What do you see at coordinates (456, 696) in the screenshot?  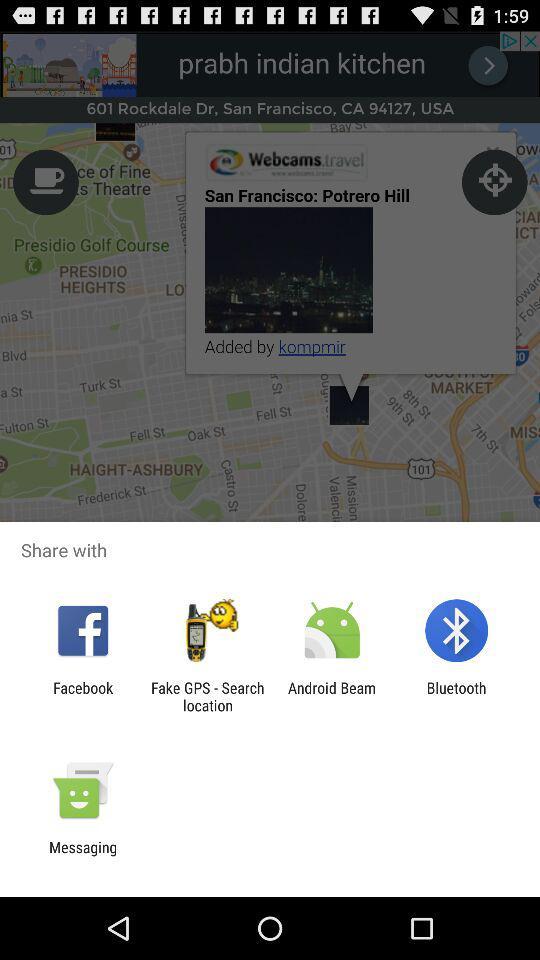 I see `bluetooth app` at bounding box center [456, 696].